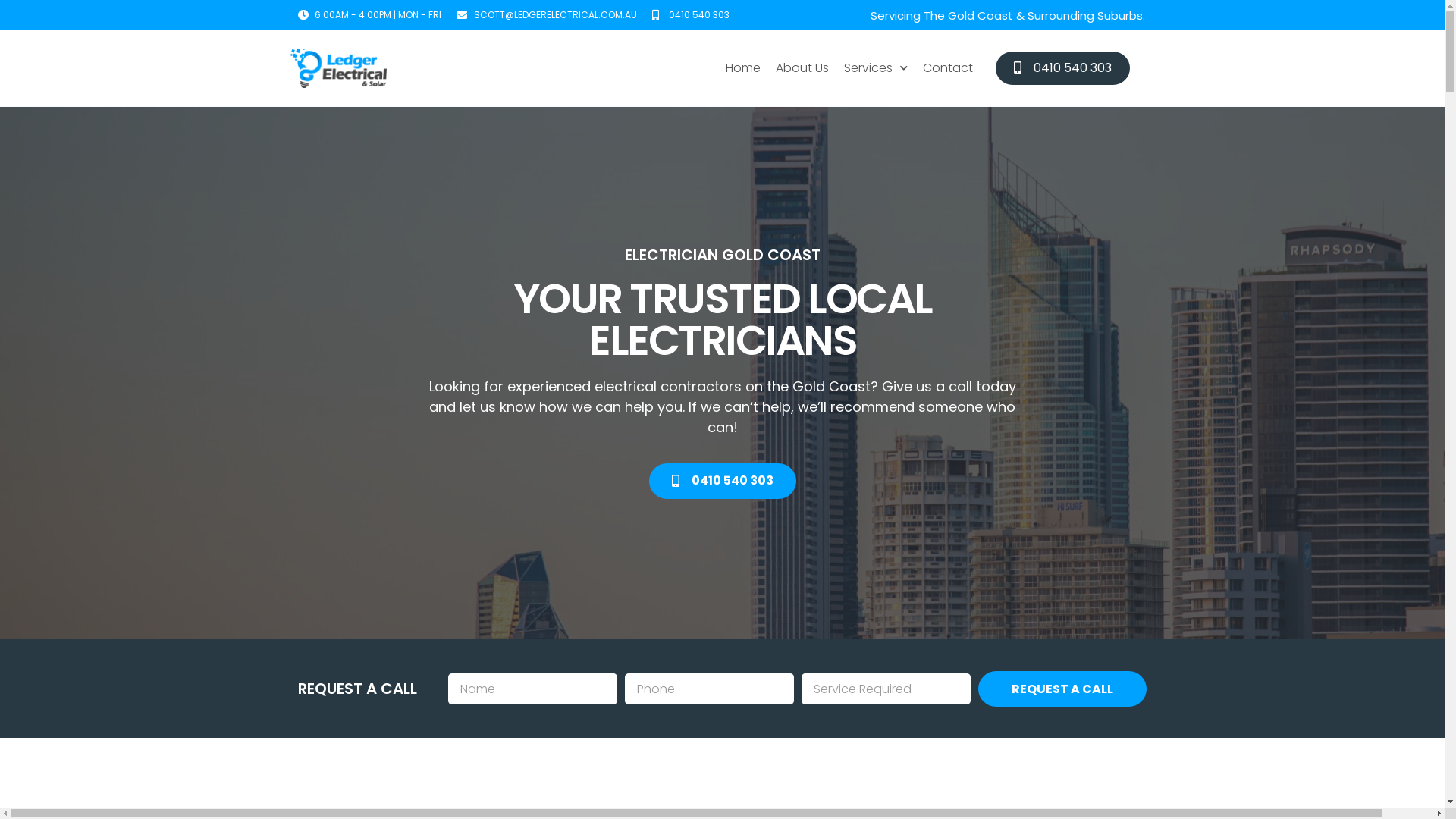 The width and height of the screenshot is (1456, 819). Describe the element at coordinates (1062, 689) in the screenshot. I see `'REQUEST A CALL'` at that location.